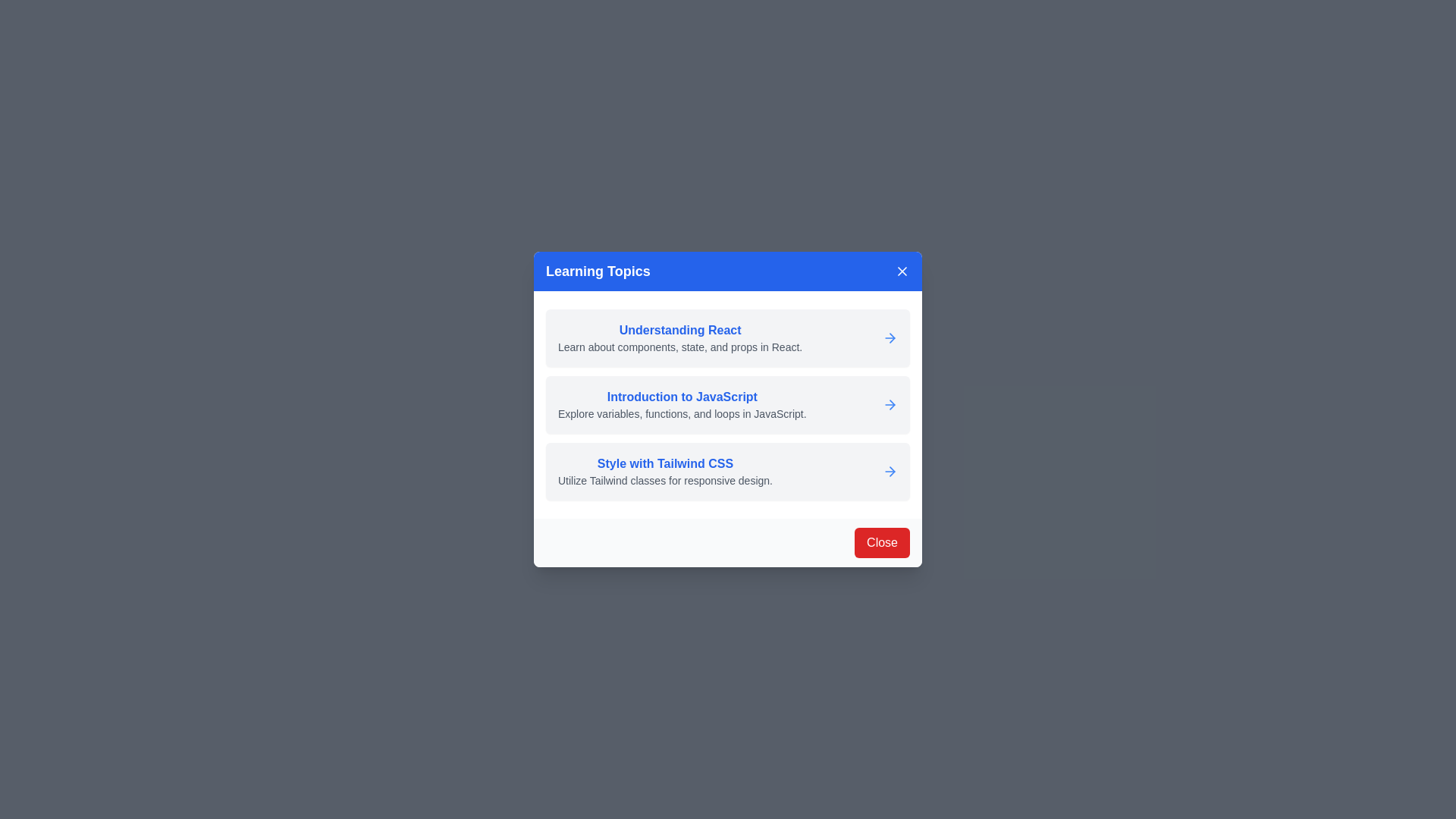 This screenshot has height=819, width=1456. I want to click on the Text Label that serves as the title for the learning topic in the 'Learning Topics' modal, so click(679, 329).